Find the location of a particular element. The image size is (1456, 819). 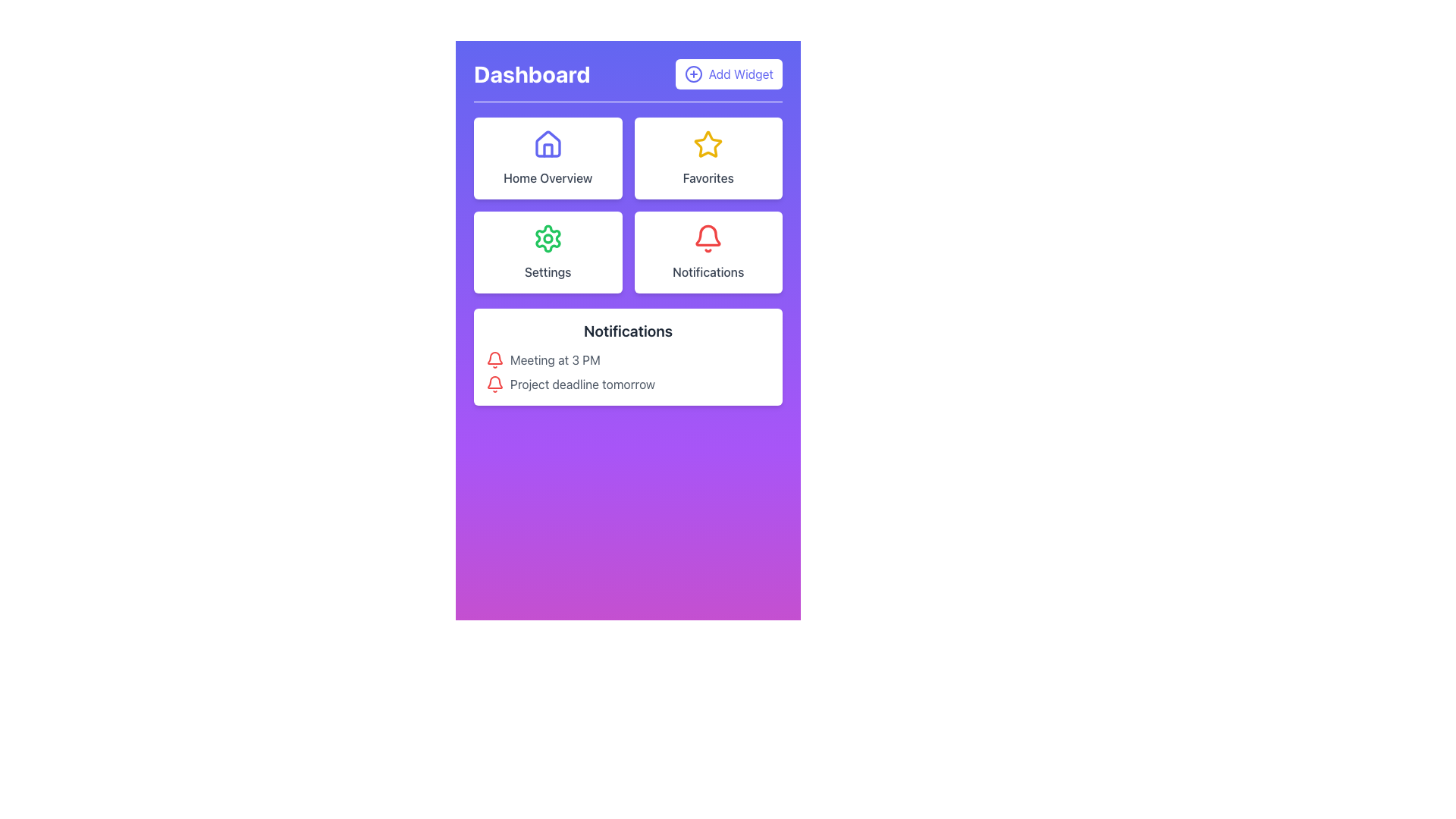

the notification list item displaying the text 'Project deadline tomorrow', which is the second item in the Notifications list, by clicking on it to interact with surrounding elements is located at coordinates (628, 383).